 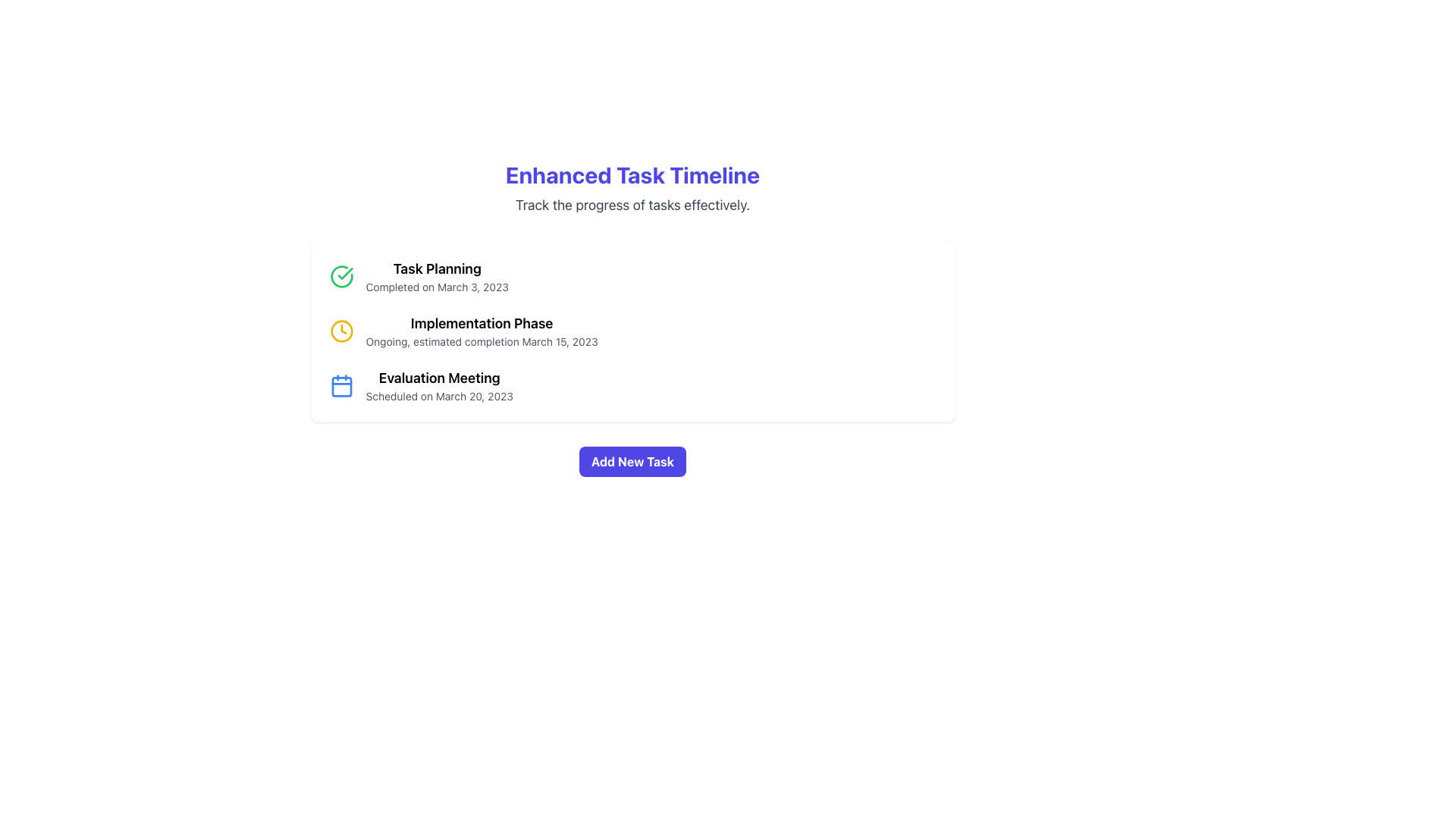 What do you see at coordinates (344, 274) in the screenshot?
I see `the completion status icon for the 'Task Planning' task to associate it with its task item` at bounding box center [344, 274].